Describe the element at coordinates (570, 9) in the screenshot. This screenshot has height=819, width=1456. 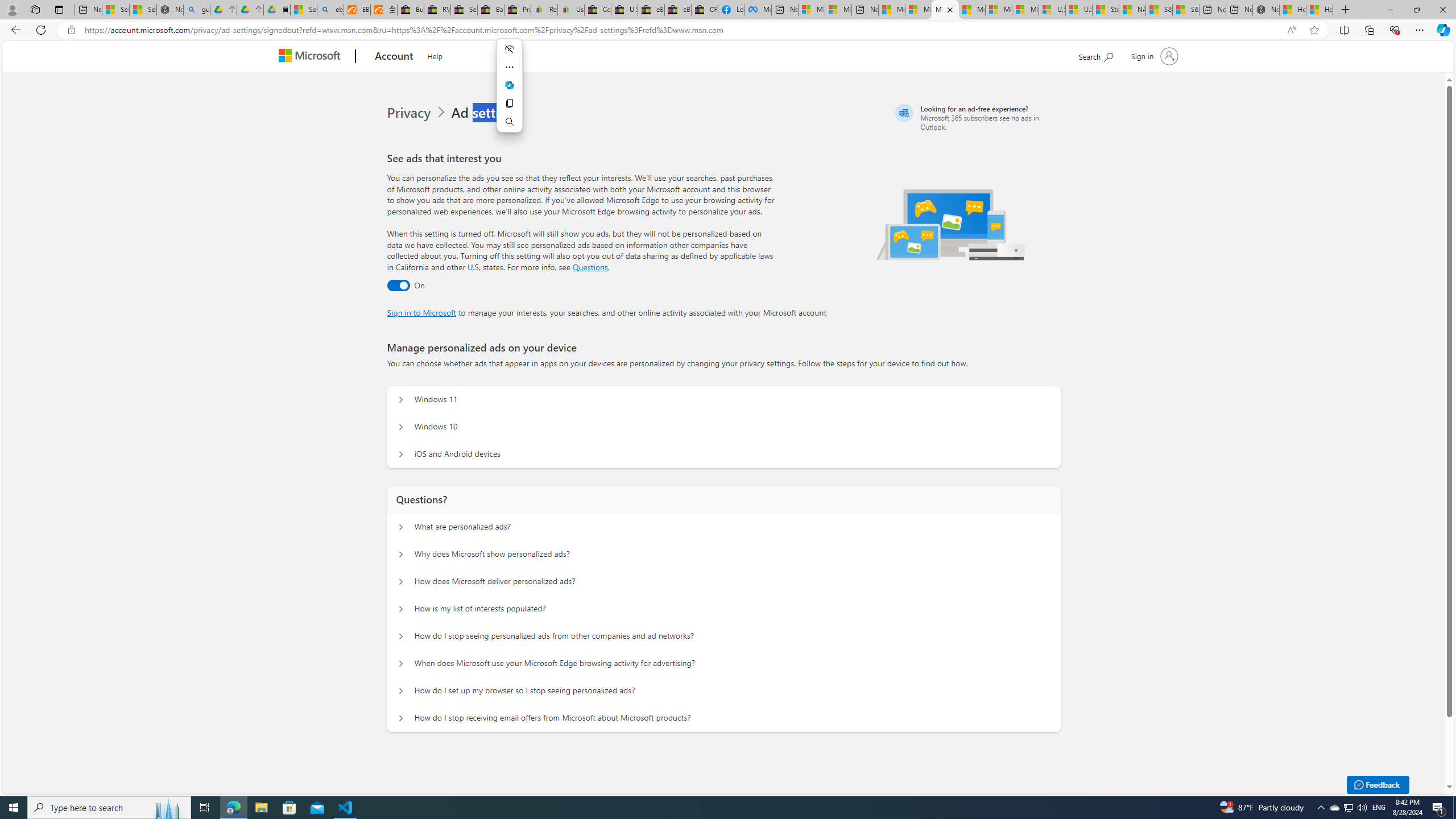
I see `'User Privacy Notice | eBay'` at that location.